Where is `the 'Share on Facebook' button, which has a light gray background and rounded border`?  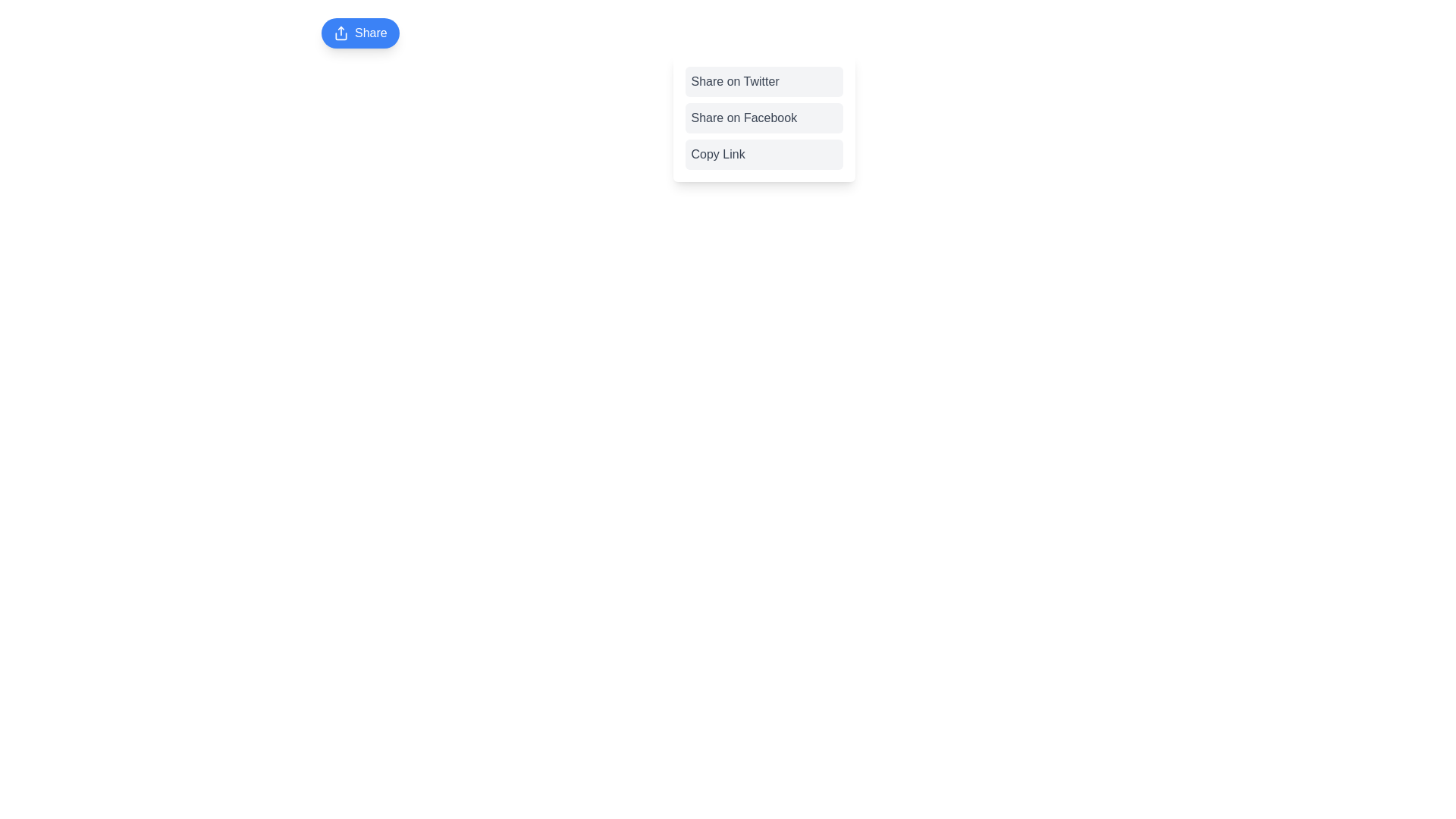 the 'Share on Facebook' button, which has a light gray background and rounded border is located at coordinates (764, 117).